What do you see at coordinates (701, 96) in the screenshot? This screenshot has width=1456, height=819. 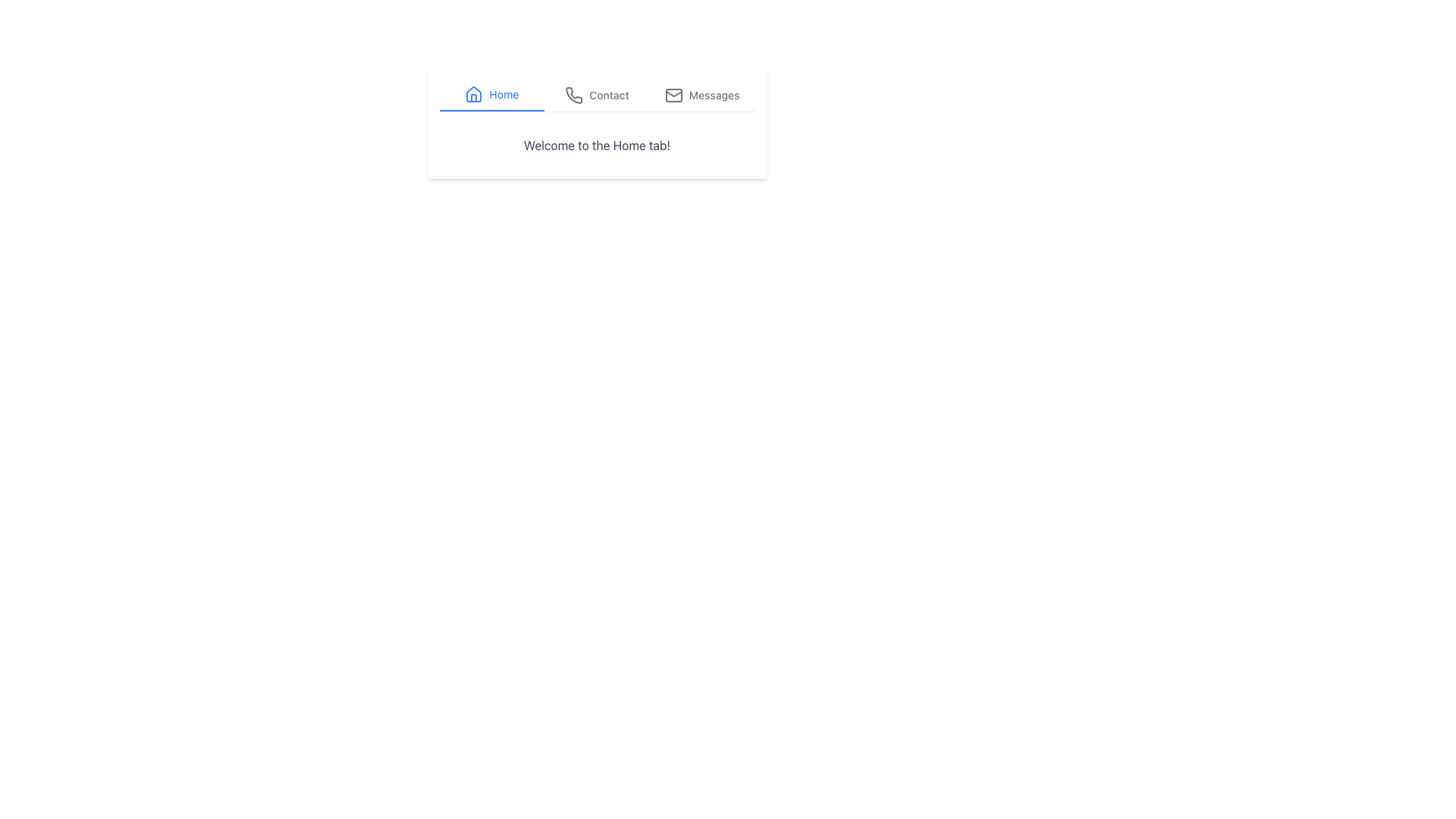 I see `the 'Messages' tab button, which is the third tab in the navigation bar` at bounding box center [701, 96].